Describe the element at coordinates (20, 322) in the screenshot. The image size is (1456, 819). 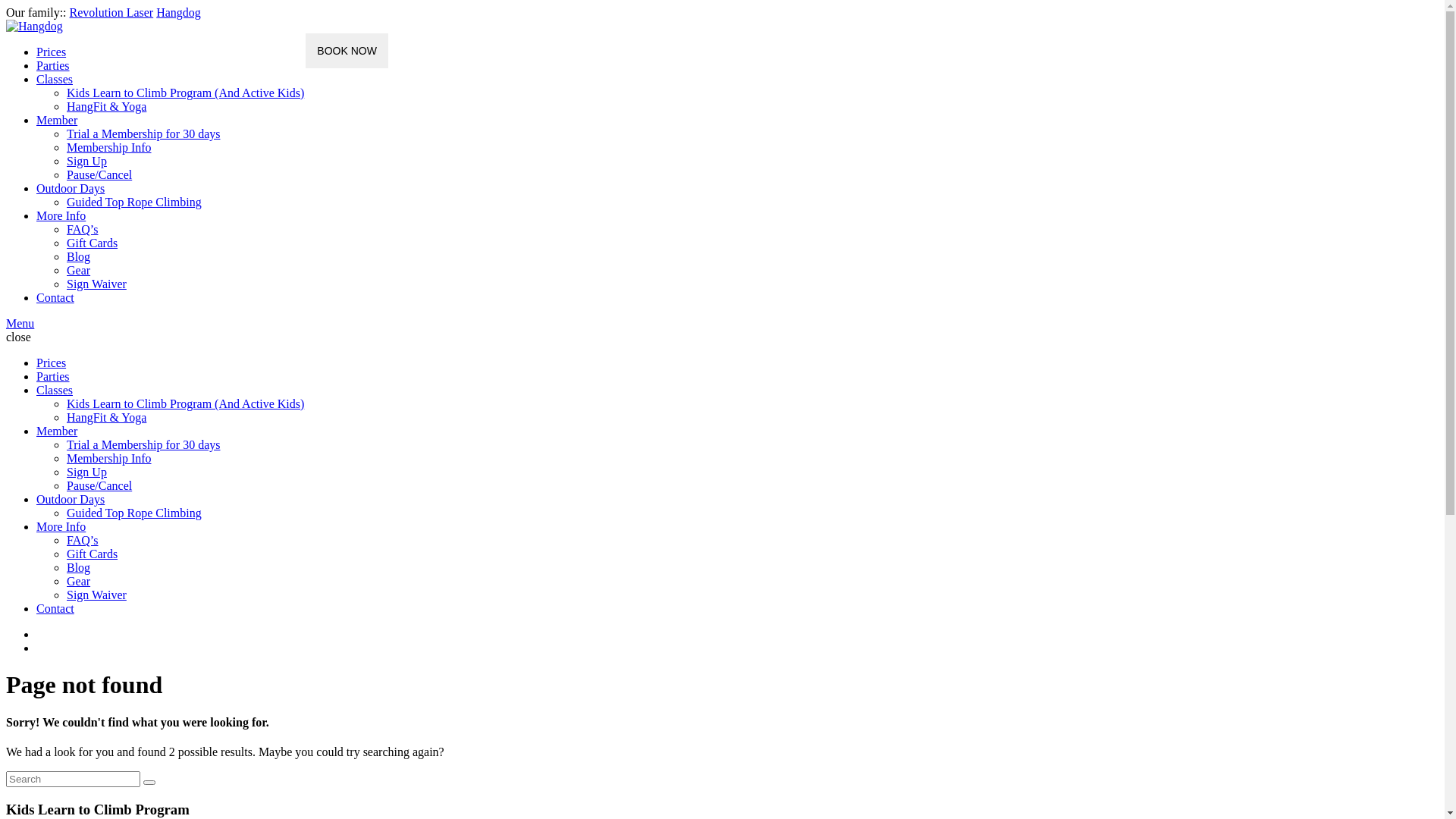
I see `'Menu'` at that location.